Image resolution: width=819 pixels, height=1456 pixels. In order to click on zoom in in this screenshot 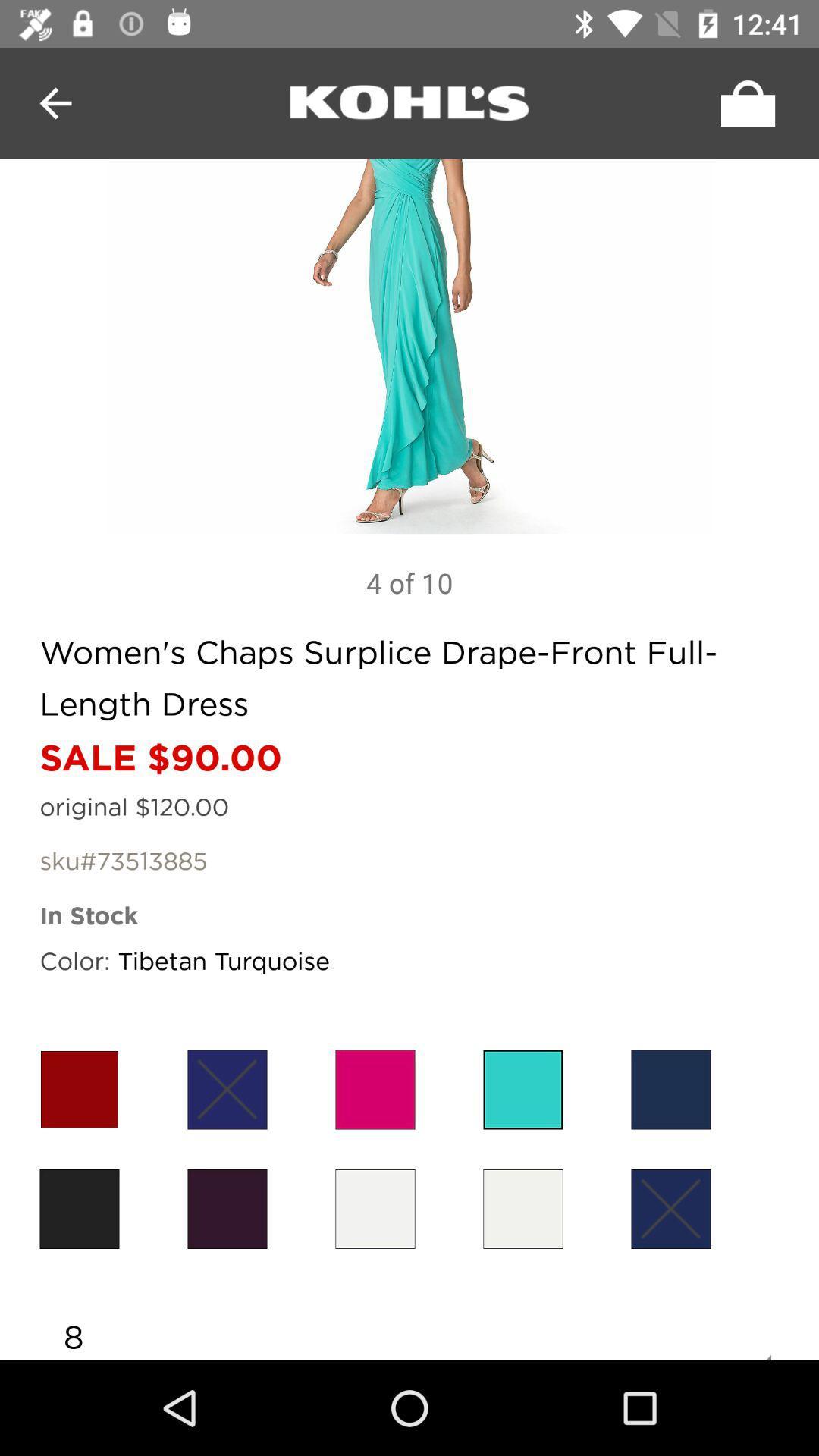, I will do `click(409, 346)`.